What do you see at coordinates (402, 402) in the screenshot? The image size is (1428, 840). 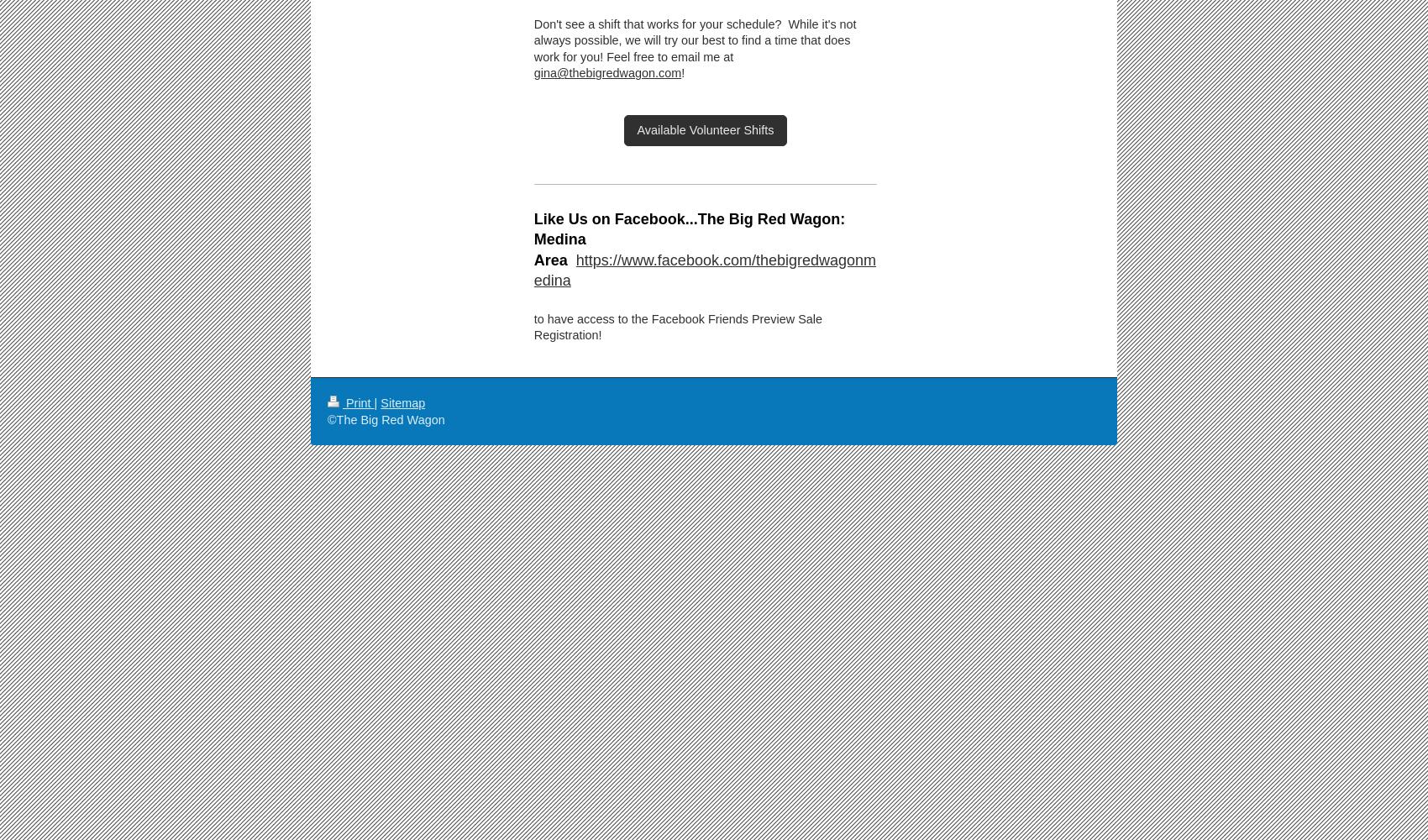 I see `'Sitemap'` at bounding box center [402, 402].